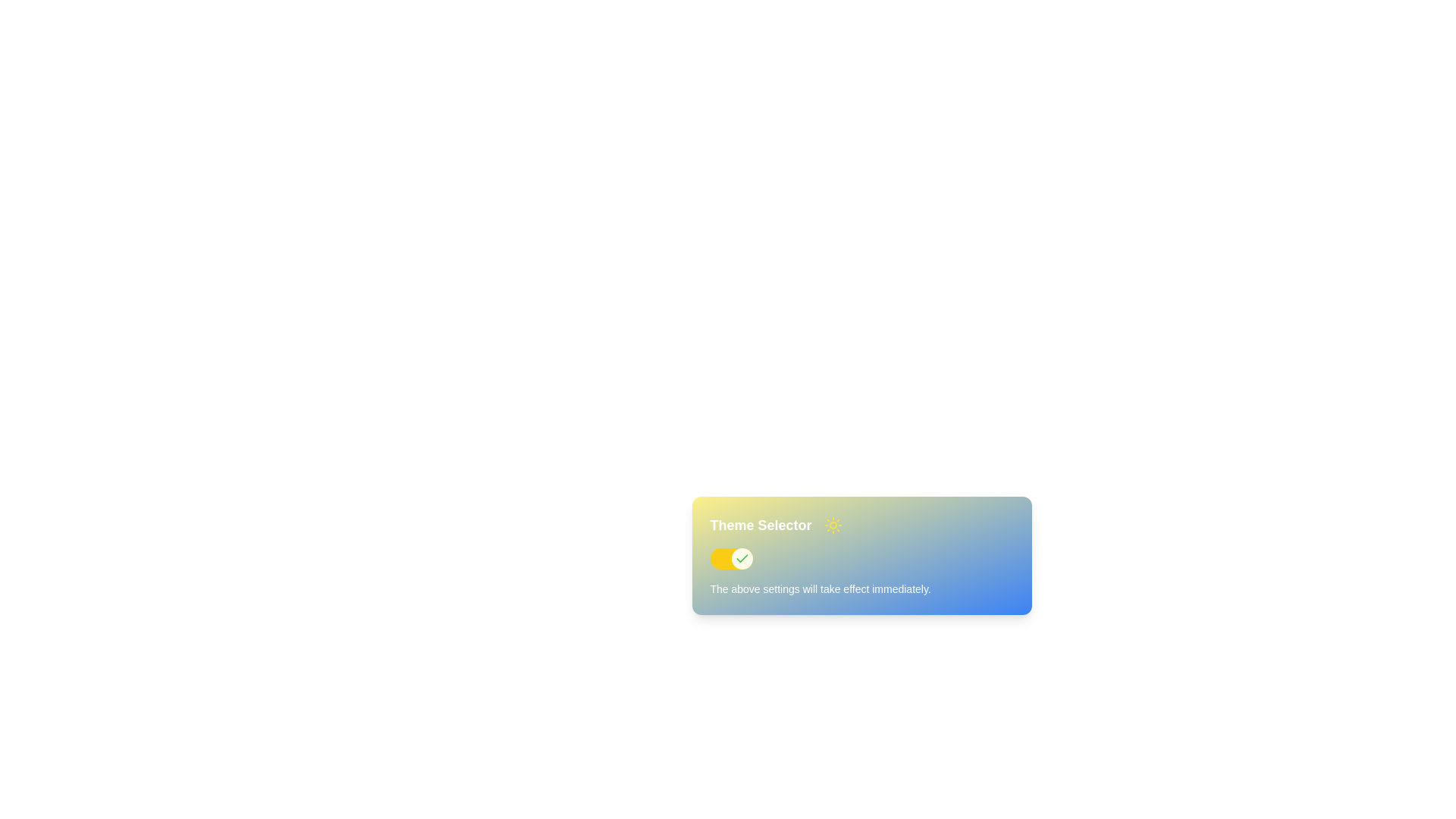 The image size is (1456, 819). What do you see at coordinates (832, 525) in the screenshot?
I see `the small, circular yellow sun icon with a sunburst design located to the right of the 'Theme Selector' text` at bounding box center [832, 525].